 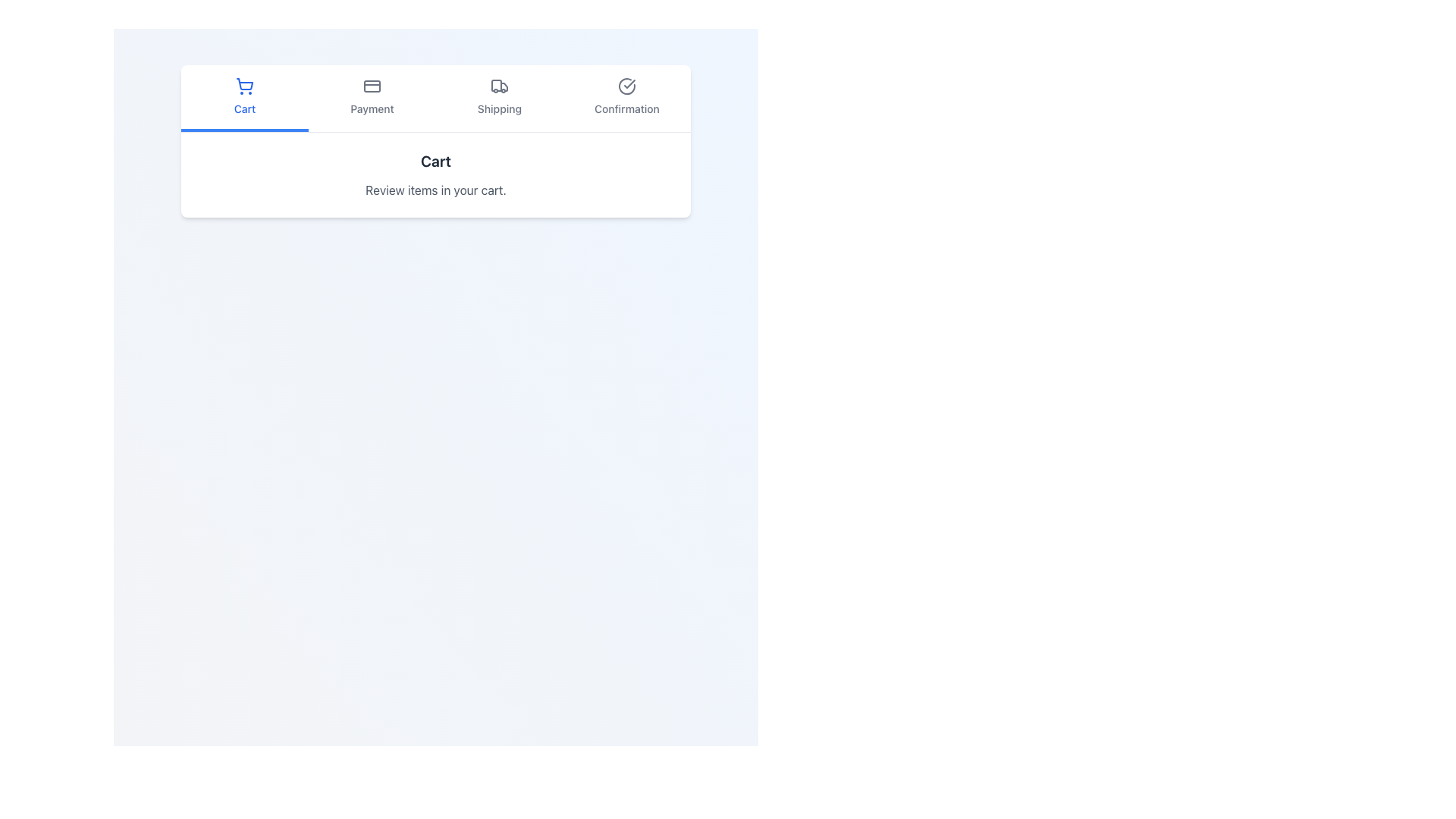 What do you see at coordinates (499, 86) in the screenshot?
I see `the truck icon in the Shipping section of the navigation bar, which is characterized by its minimalist design and linear strokes, positioned between the Payment and Confirmation sections` at bounding box center [499, 86].